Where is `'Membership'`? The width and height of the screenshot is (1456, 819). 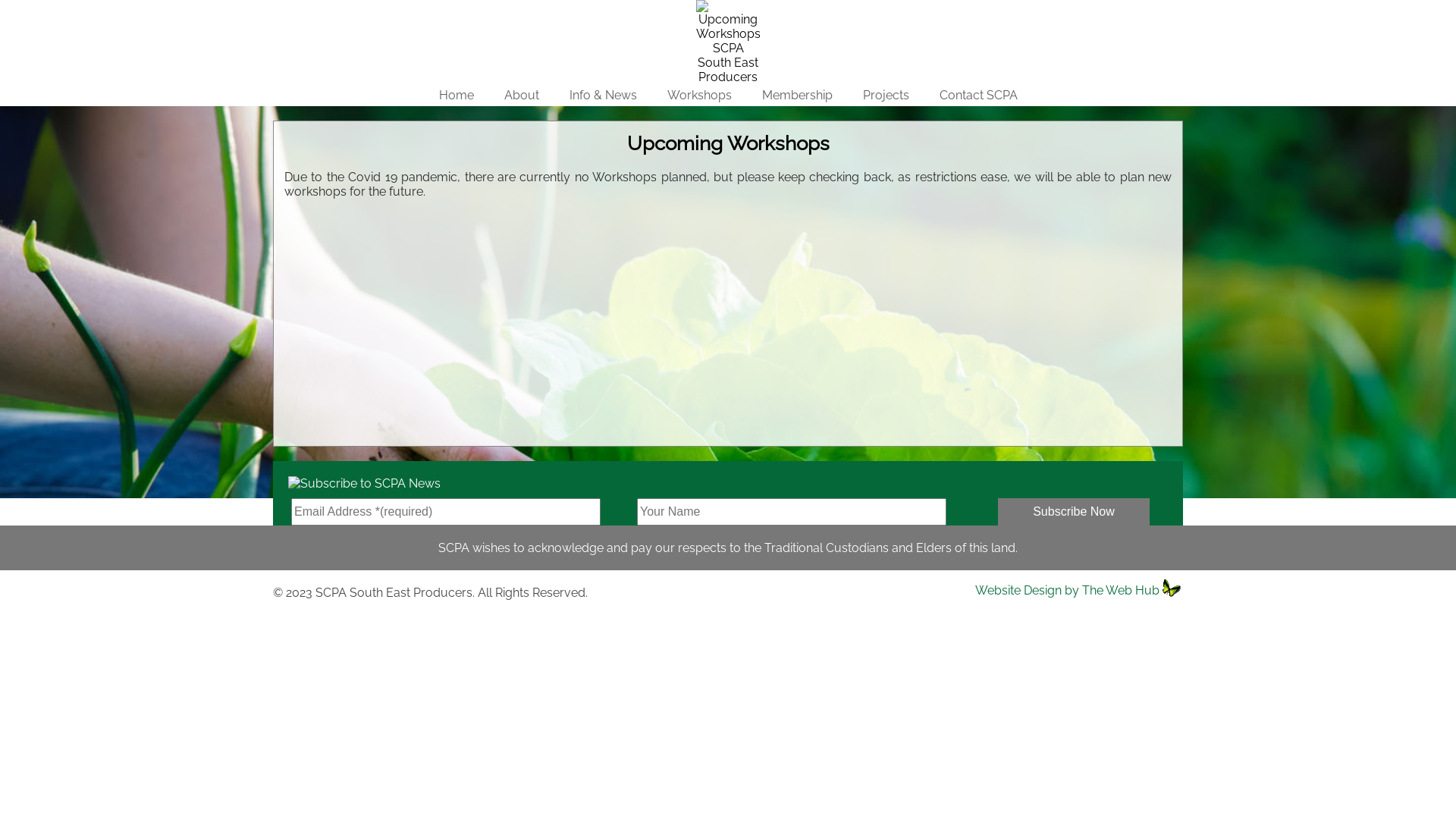
'Membership' is located at coordinates (745, 11).